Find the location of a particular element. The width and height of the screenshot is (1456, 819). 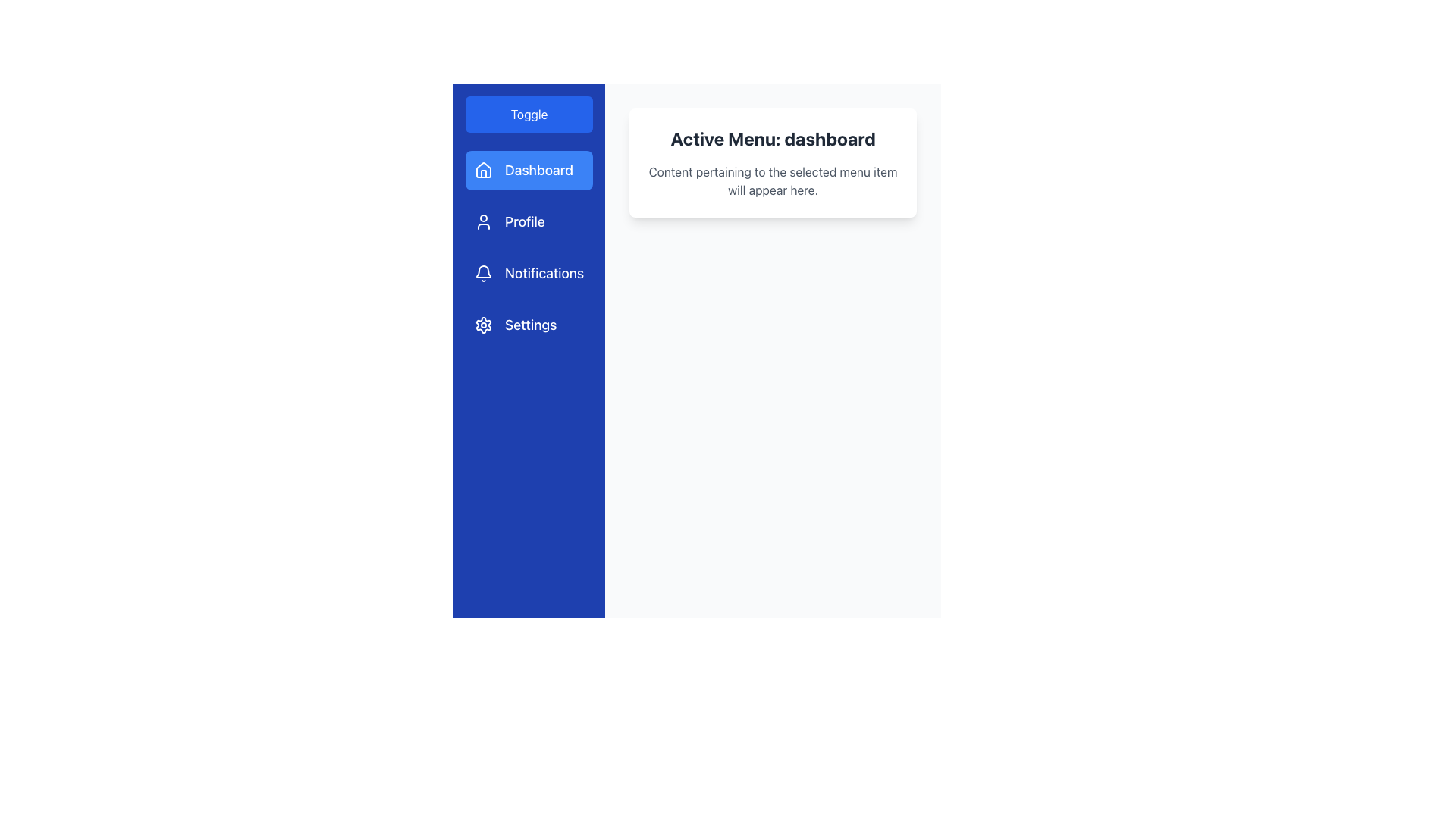

the 'Profile' text label in the vertical navigation bar, which is styled with a bold, white font on a blue background, located below the 'Dashboard' and above the 'Notifications' menu items is located at coordinates (525, 222).